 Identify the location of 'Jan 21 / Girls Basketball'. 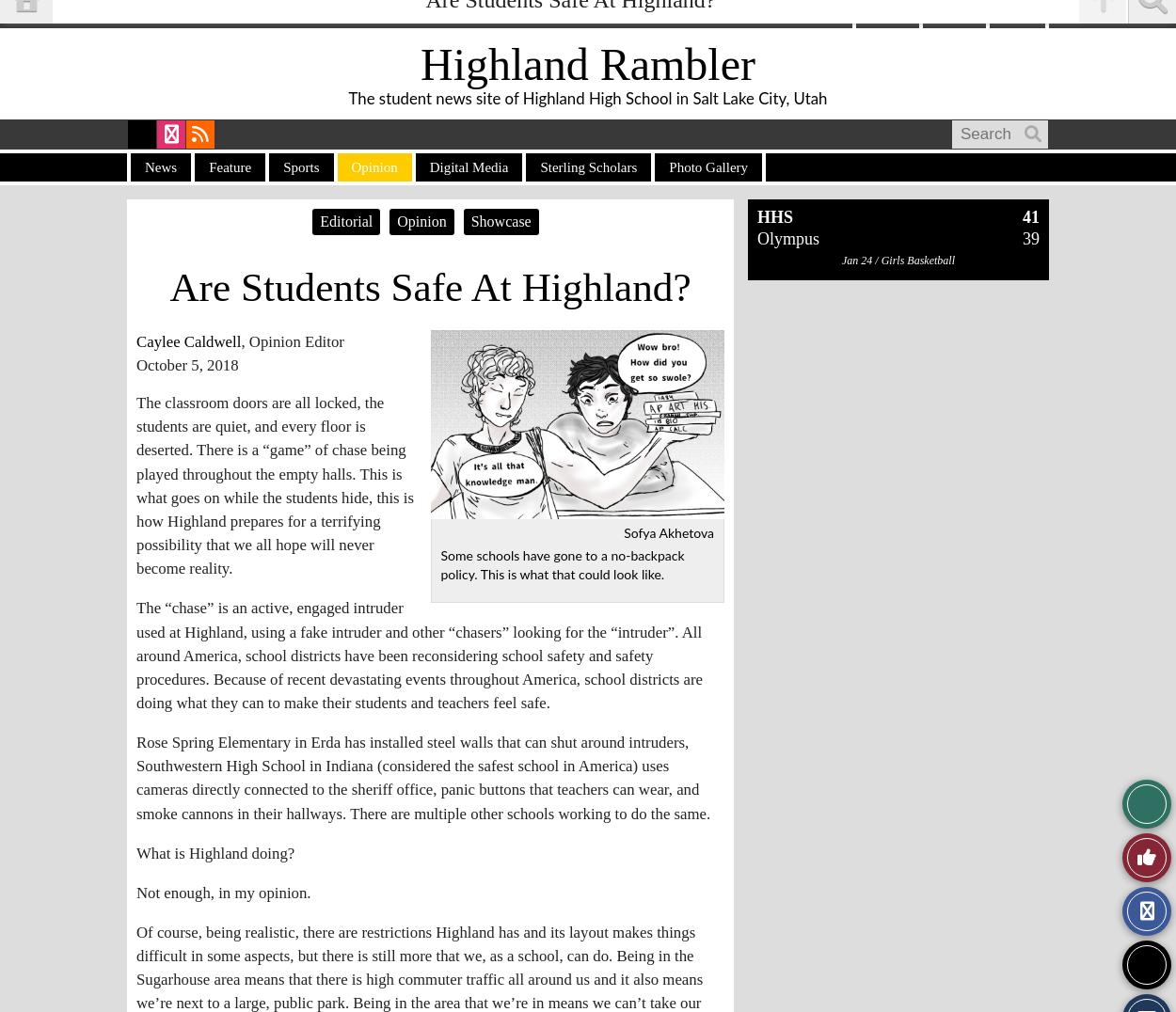
(898, 421).